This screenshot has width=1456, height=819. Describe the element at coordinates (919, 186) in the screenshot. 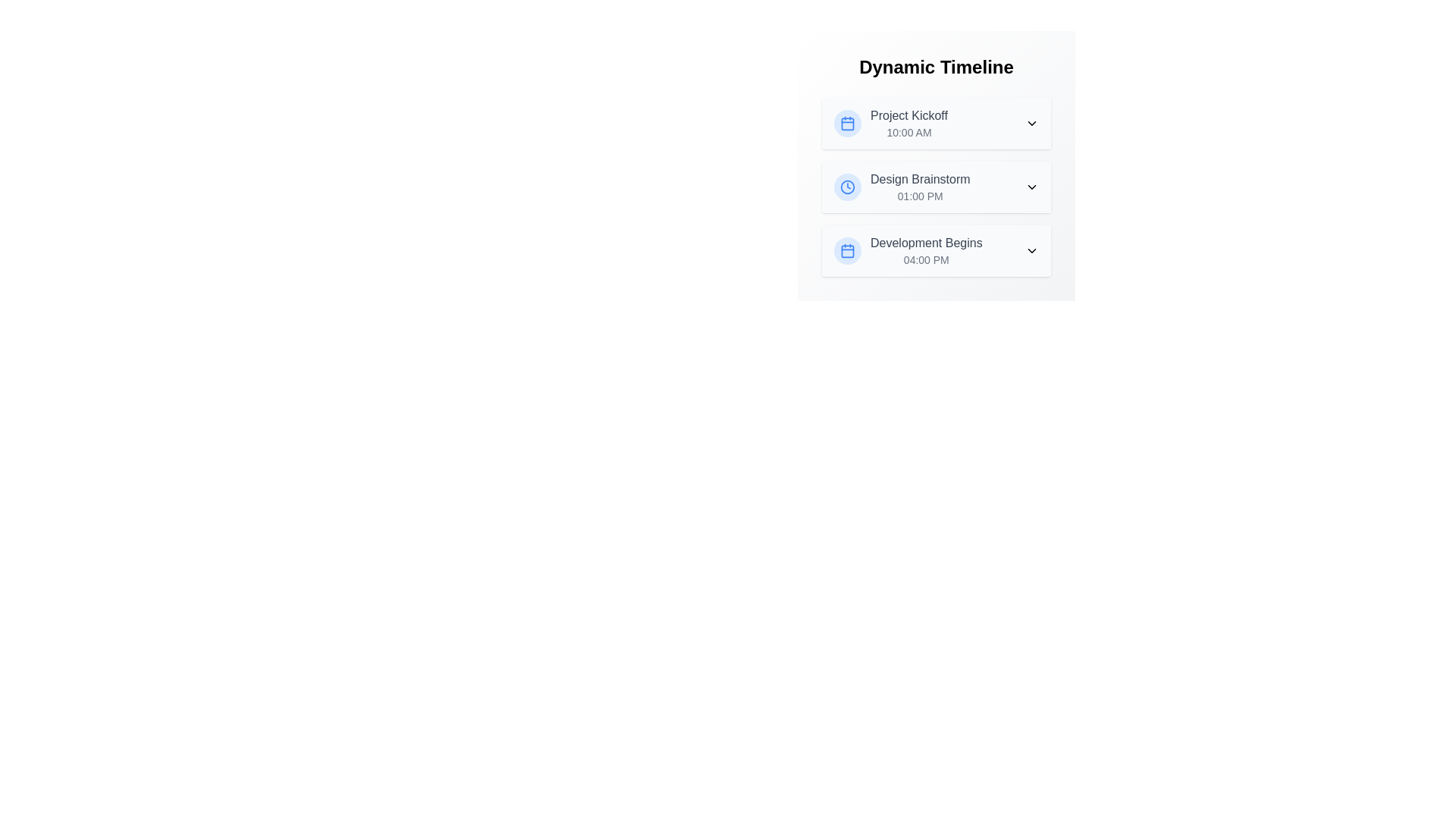

I see `the text label titled 'Design Brainstorm' with the time label '01:00 PM', which is the second item in the vertical list under 'Dynamic Timeline'` at that location.